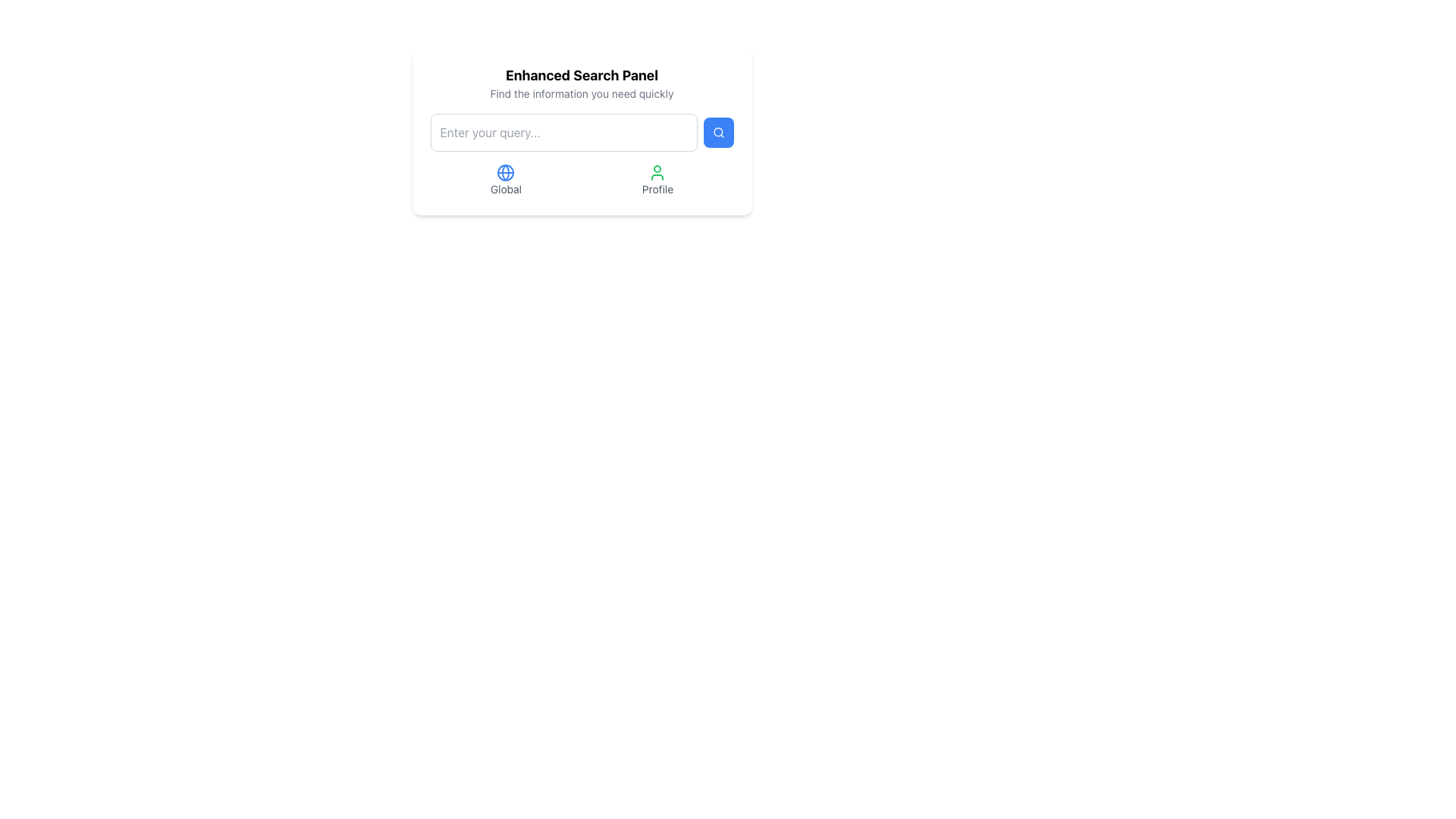 The width and height of the screenshot is (1456, 819). I want to click on the text label that reads 'Find the information you need quickly' located below the heading 'Enhanced Search Panel', so click(581, 93).